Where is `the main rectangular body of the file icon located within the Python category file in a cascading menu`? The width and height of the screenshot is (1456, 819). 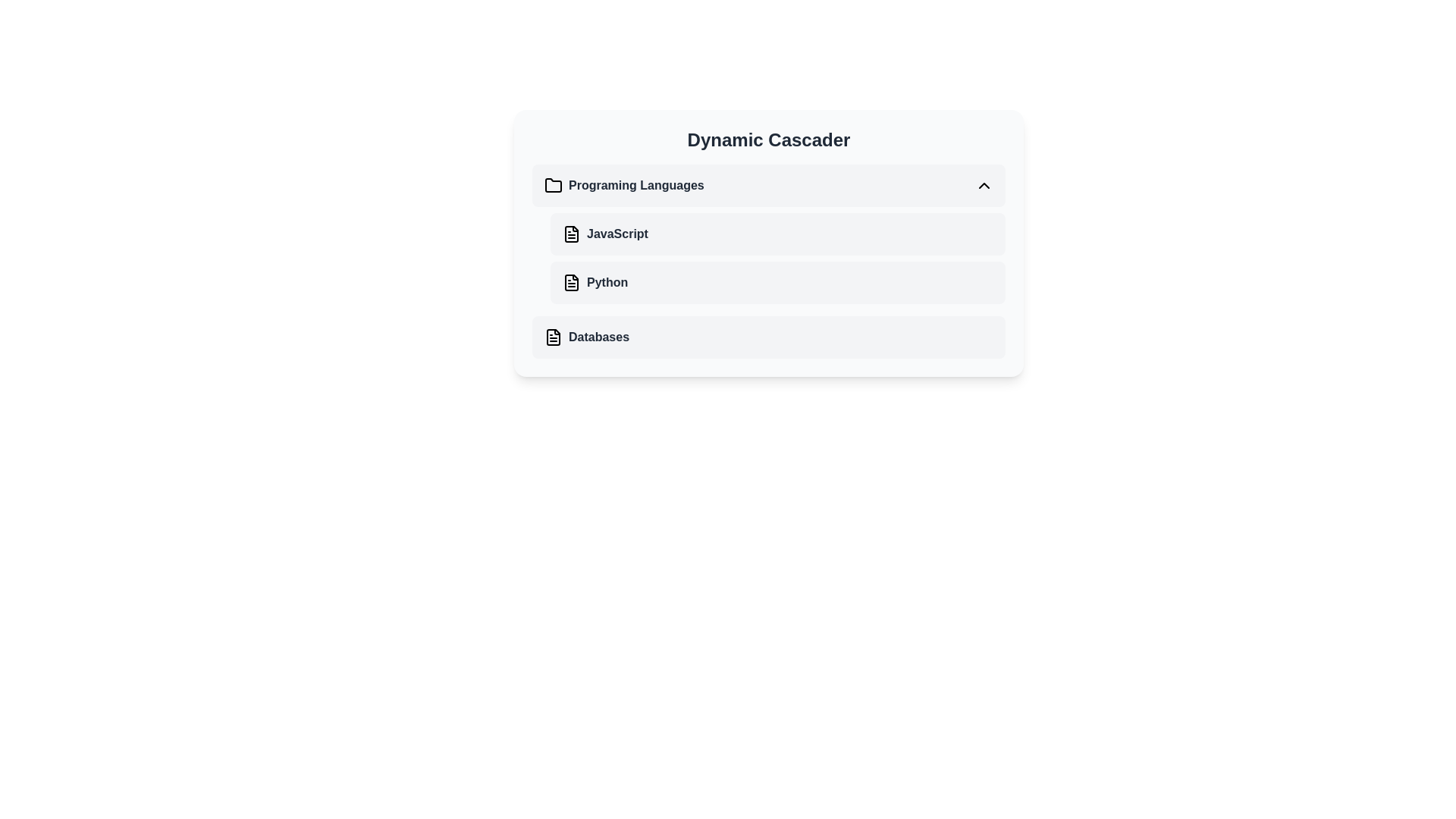
the main rectangular body of the file icon located within the Python category file in a cascading menu is located at coordinates (570, 283).